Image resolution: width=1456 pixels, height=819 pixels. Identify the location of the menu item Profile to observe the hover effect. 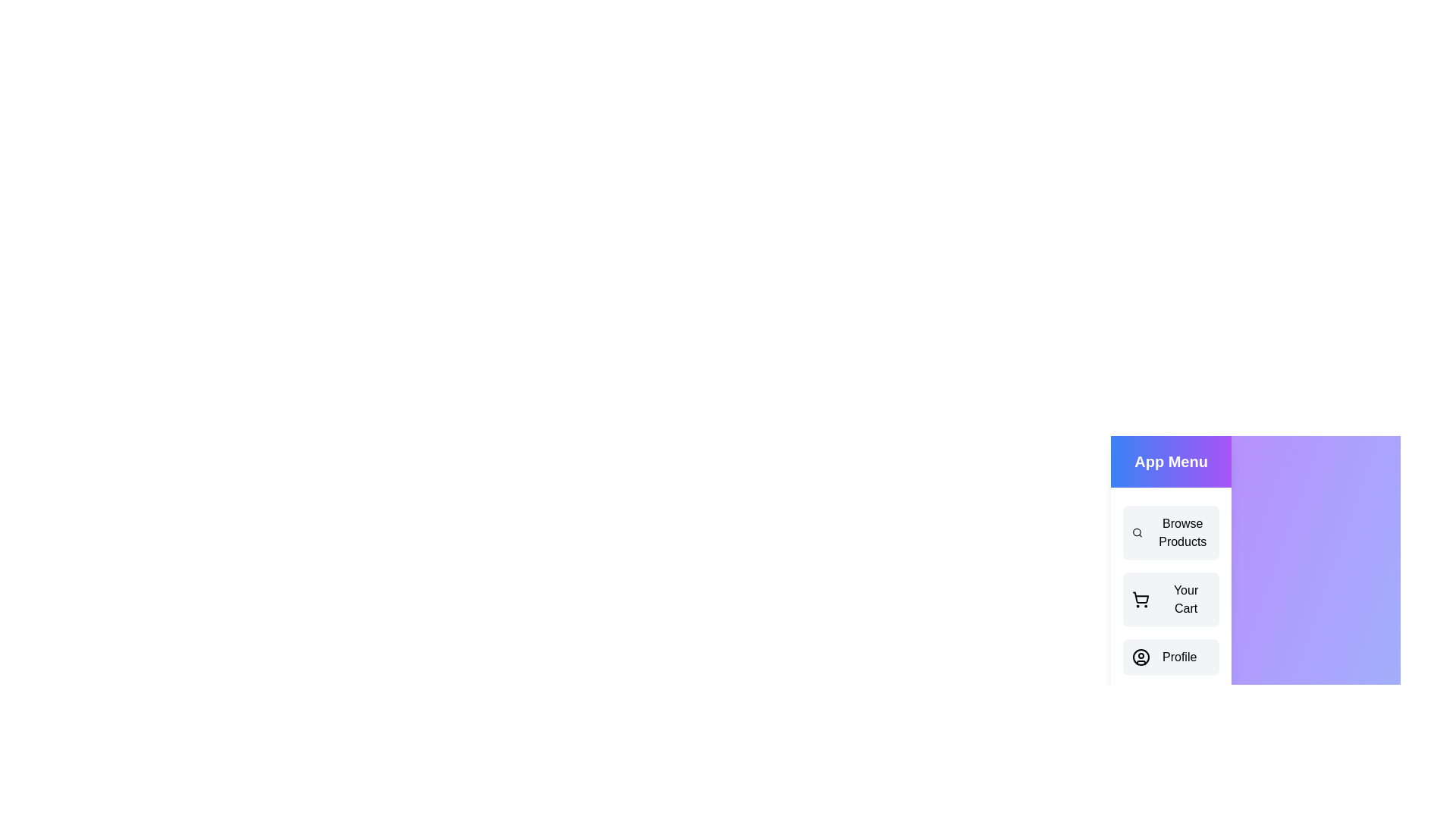
(1170, 657).